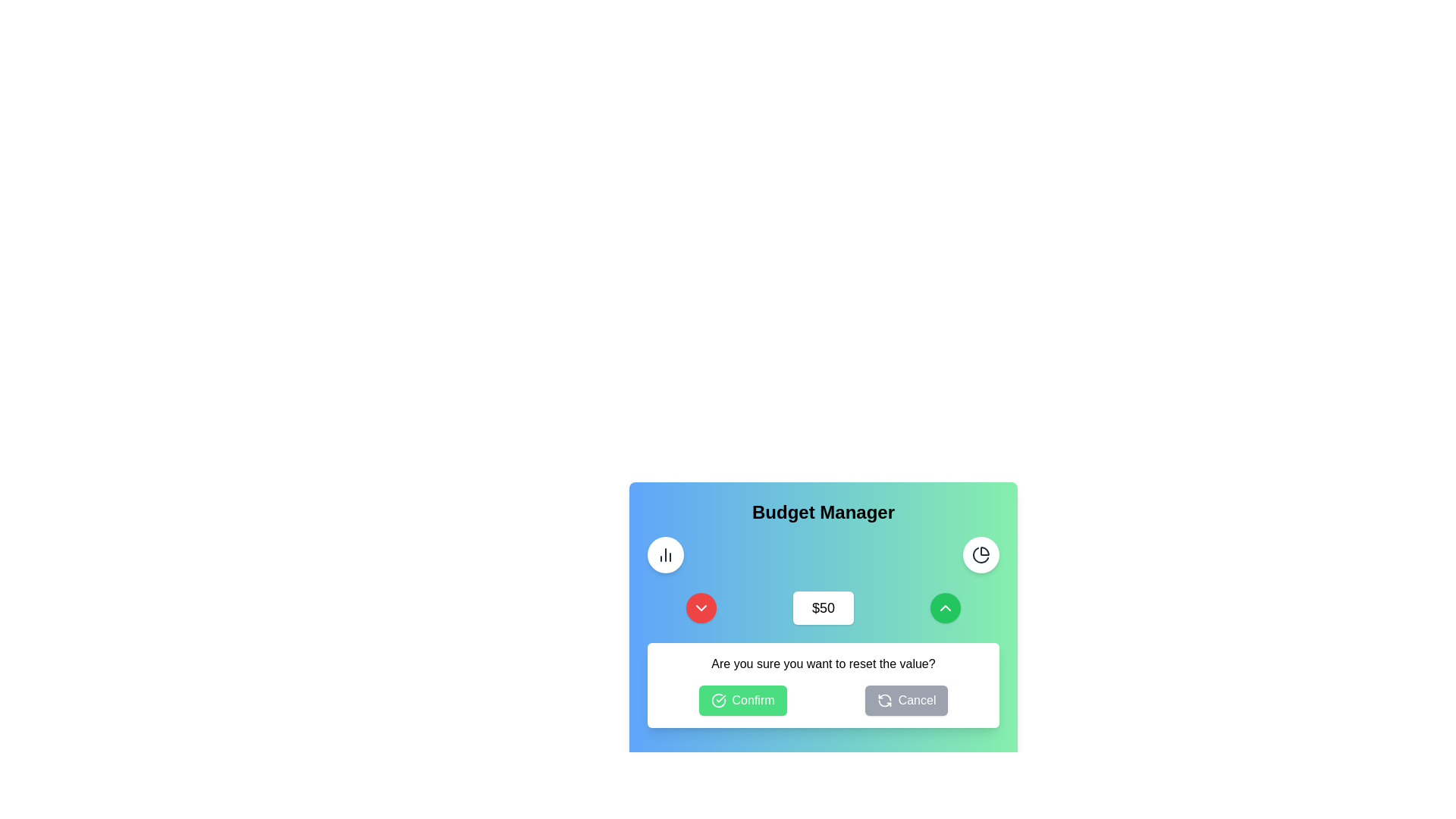 The image size is (1456, 819). What do you see at coordinates (822, 512) in the screenshot?
I see `the 'Budget Manager' text label, which is a centered bold text at the top of a component with a gradient blue-to-green background` at bounding box center [822, 512].